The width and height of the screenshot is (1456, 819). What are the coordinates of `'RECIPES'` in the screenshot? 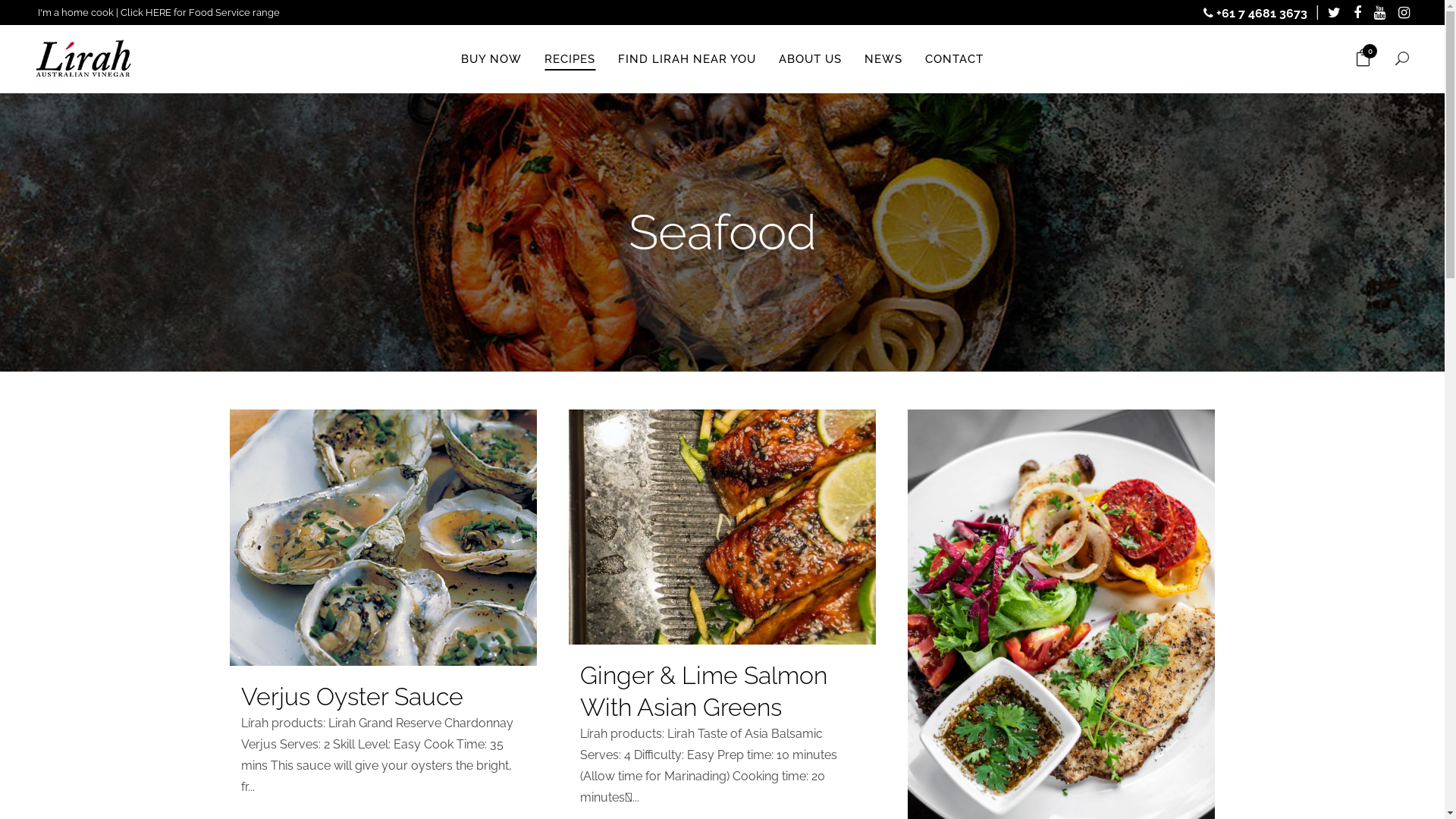 It's located at (532, 58).